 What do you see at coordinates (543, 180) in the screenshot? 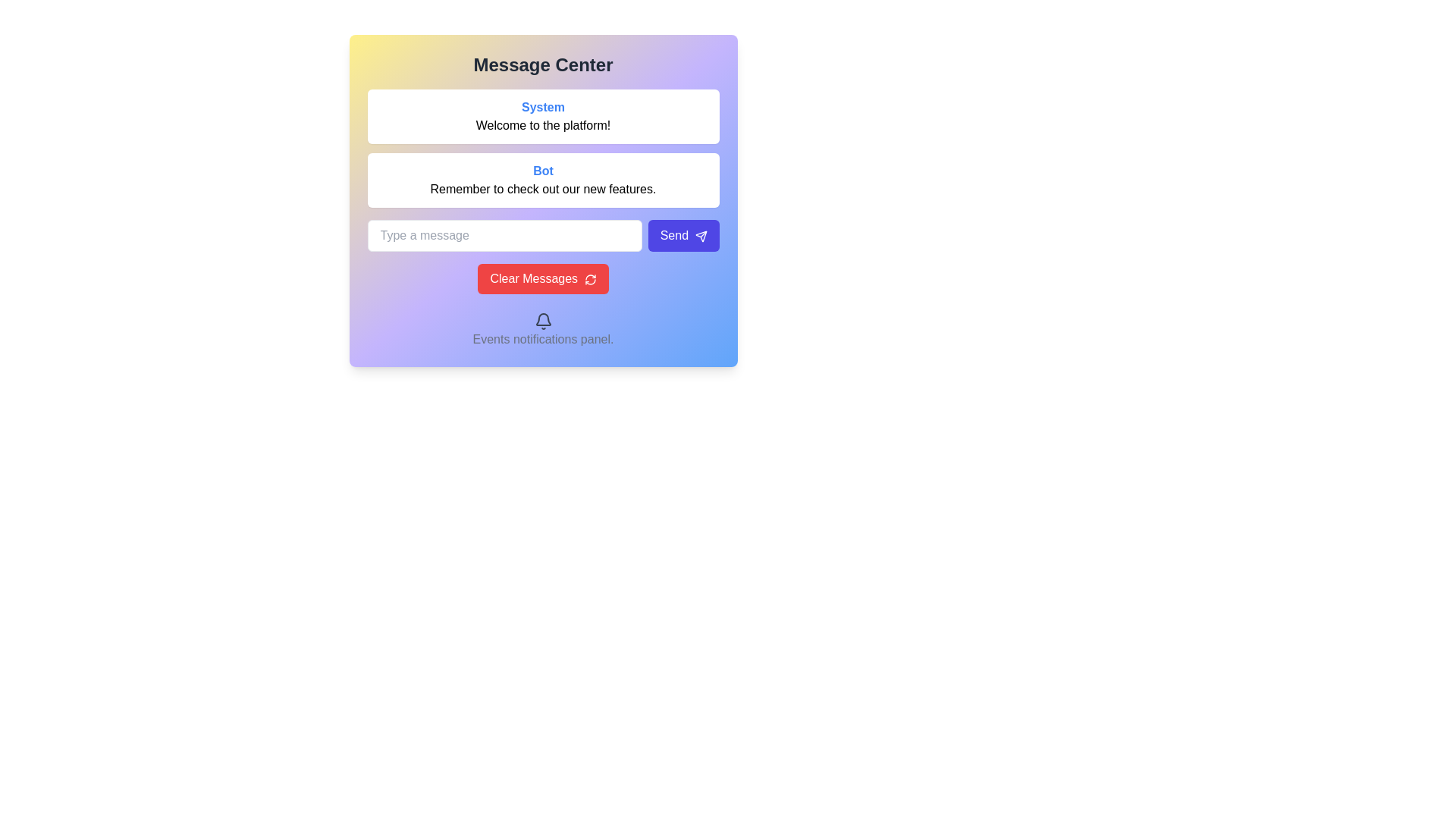
I see `the informational card containing the text 'Bot' in bold blue font and 'Remember to check out our new features.' in standard black font, located directly beneath the 'System' card` at bounding box center [543, 180].